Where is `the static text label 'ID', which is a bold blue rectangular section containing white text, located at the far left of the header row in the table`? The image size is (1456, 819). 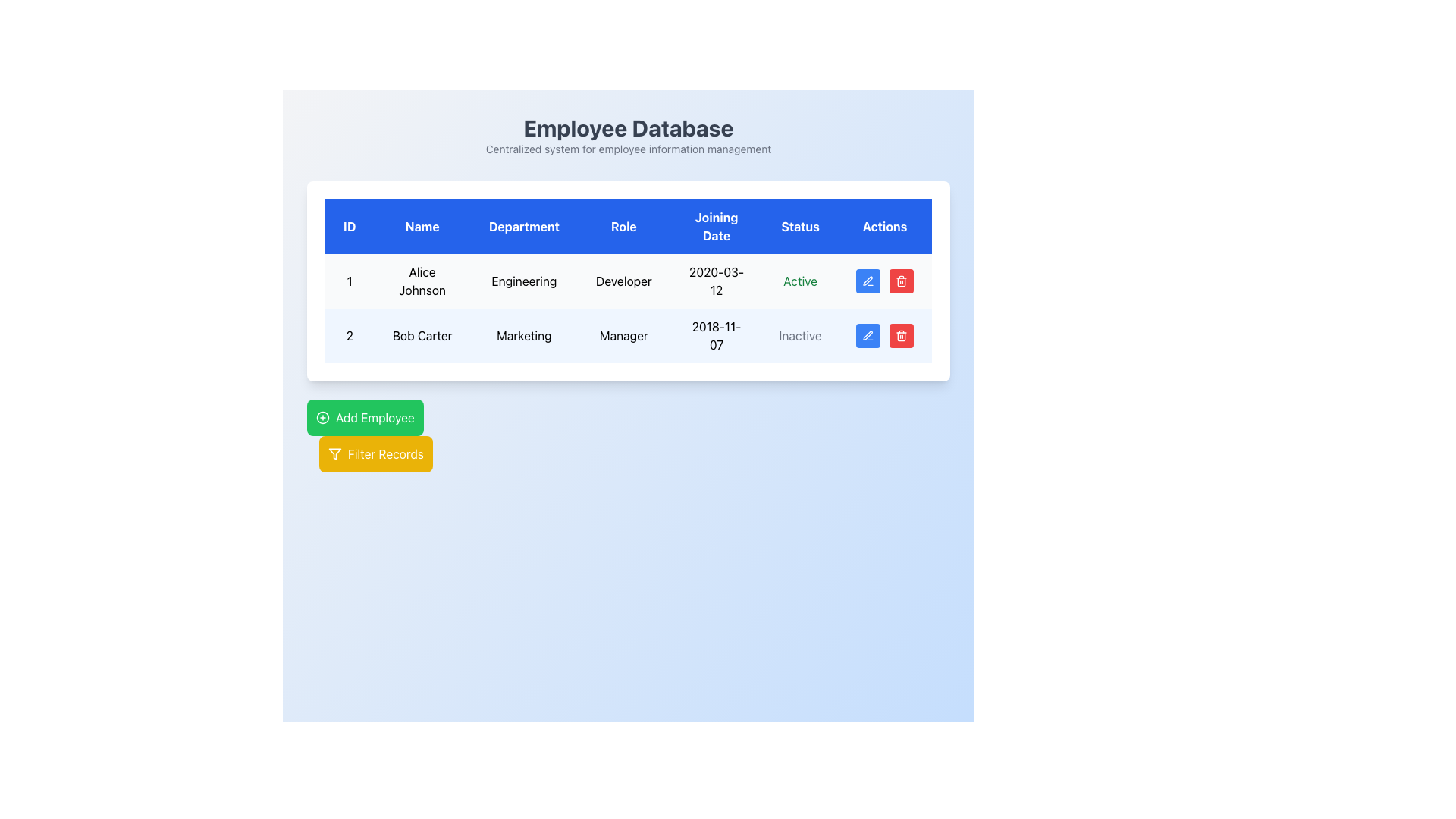 the static text label 'ID', which is a bold blue rectangular section containing white text, located at the far left of the header row in the table is located at coordinates (349, 227).